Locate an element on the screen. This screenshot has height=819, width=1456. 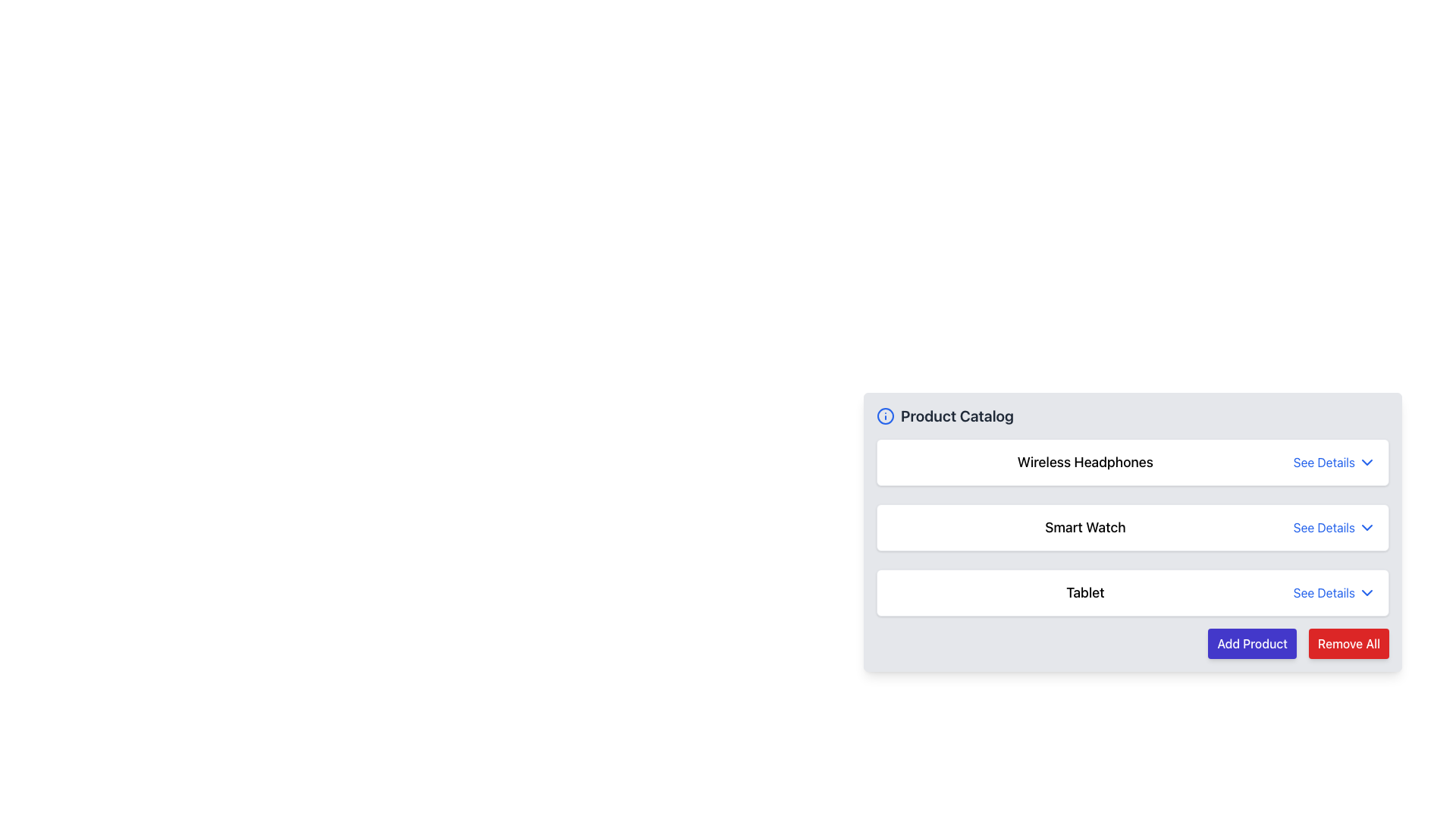
the red button labeled 'Remove All' to observe its hover effects is located at coordinates (1349, 643).